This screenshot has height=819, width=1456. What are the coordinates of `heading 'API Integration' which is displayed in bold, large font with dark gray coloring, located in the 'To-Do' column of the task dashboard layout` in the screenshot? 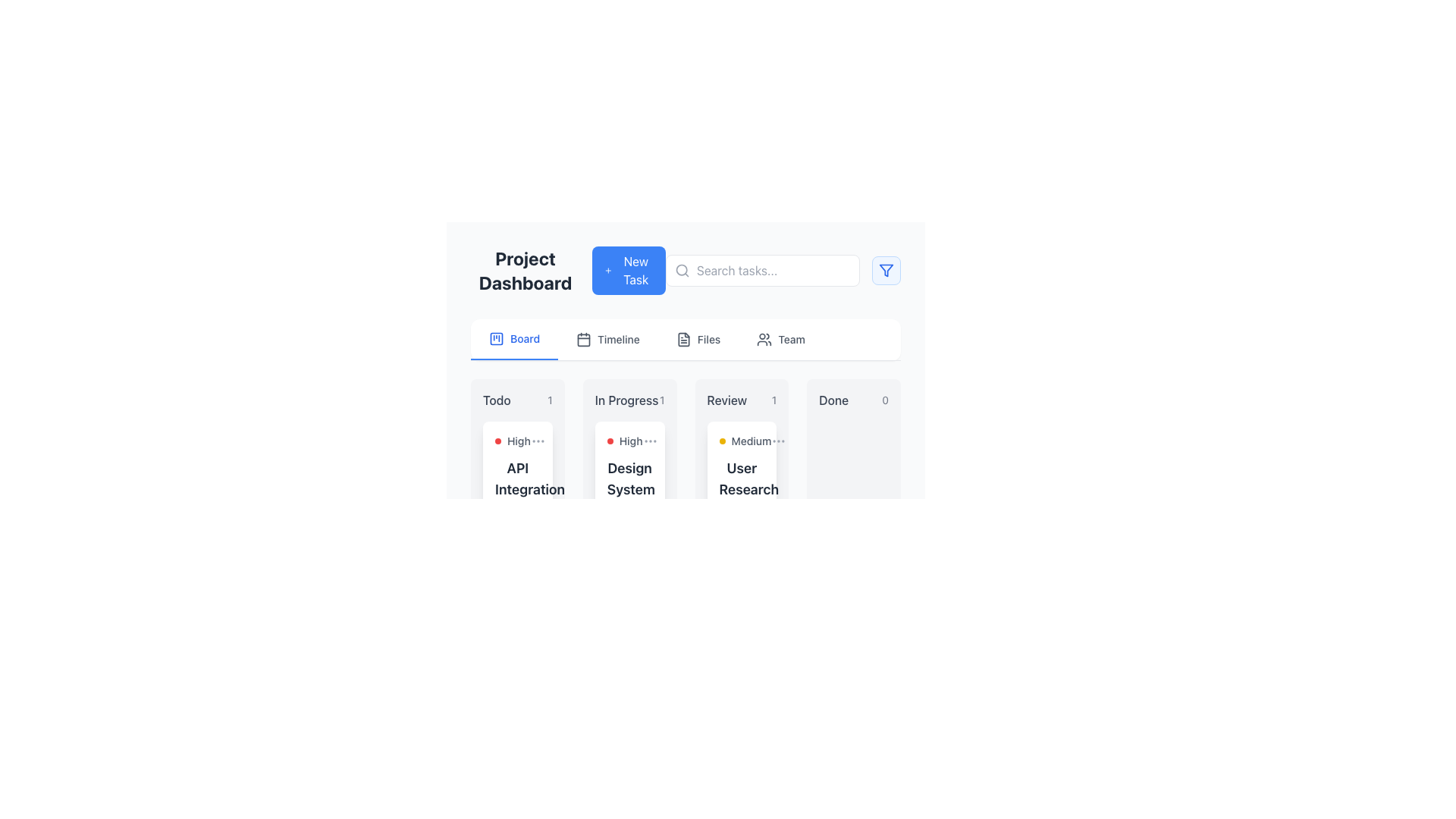 It's located at (517, 479).